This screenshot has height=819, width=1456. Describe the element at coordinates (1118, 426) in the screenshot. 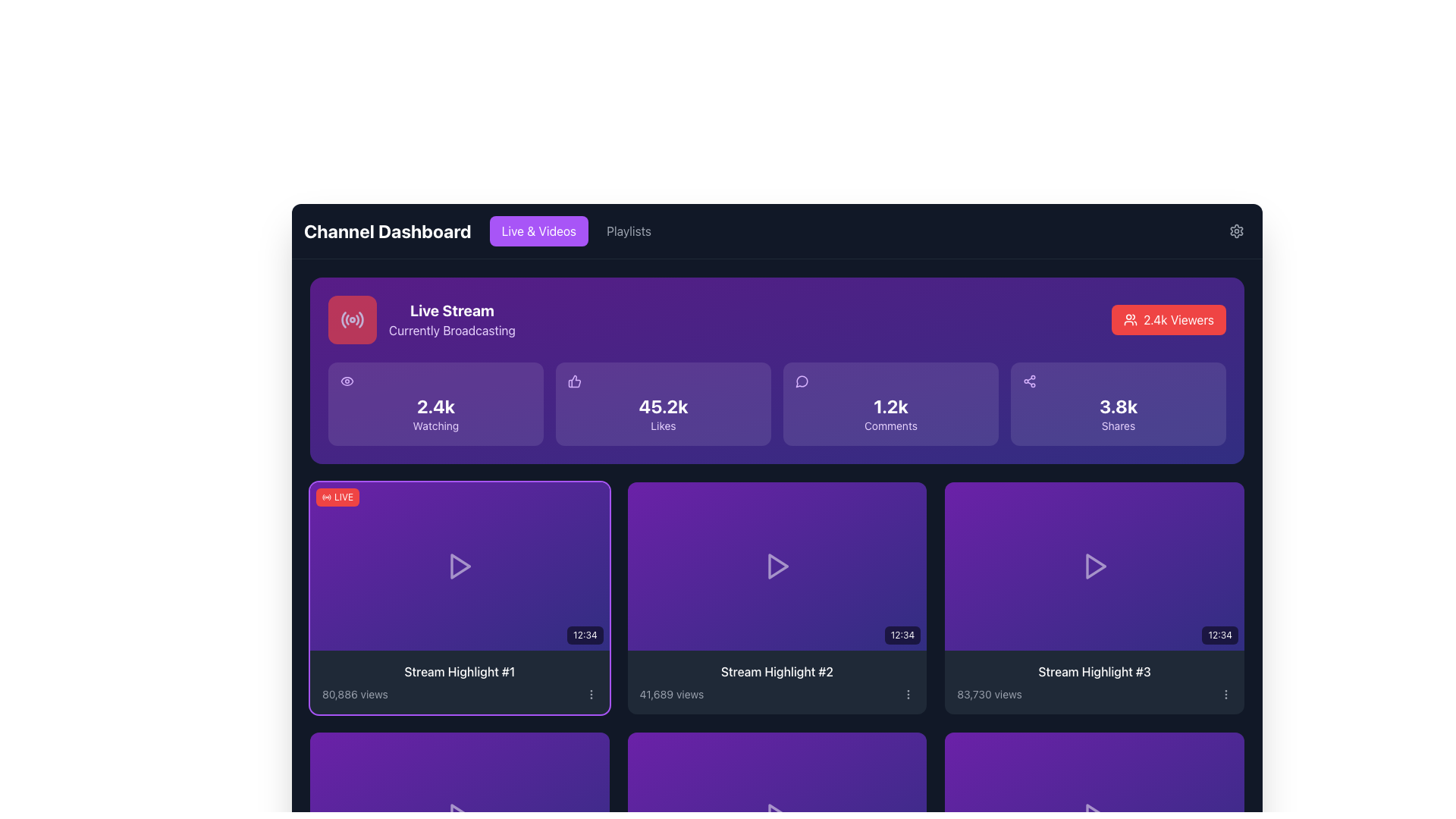

I see `the text label displaying 'Shares' in a small-sized, light purple font located at the bottom of a purple card component, below the value '3.8k'` at that location.